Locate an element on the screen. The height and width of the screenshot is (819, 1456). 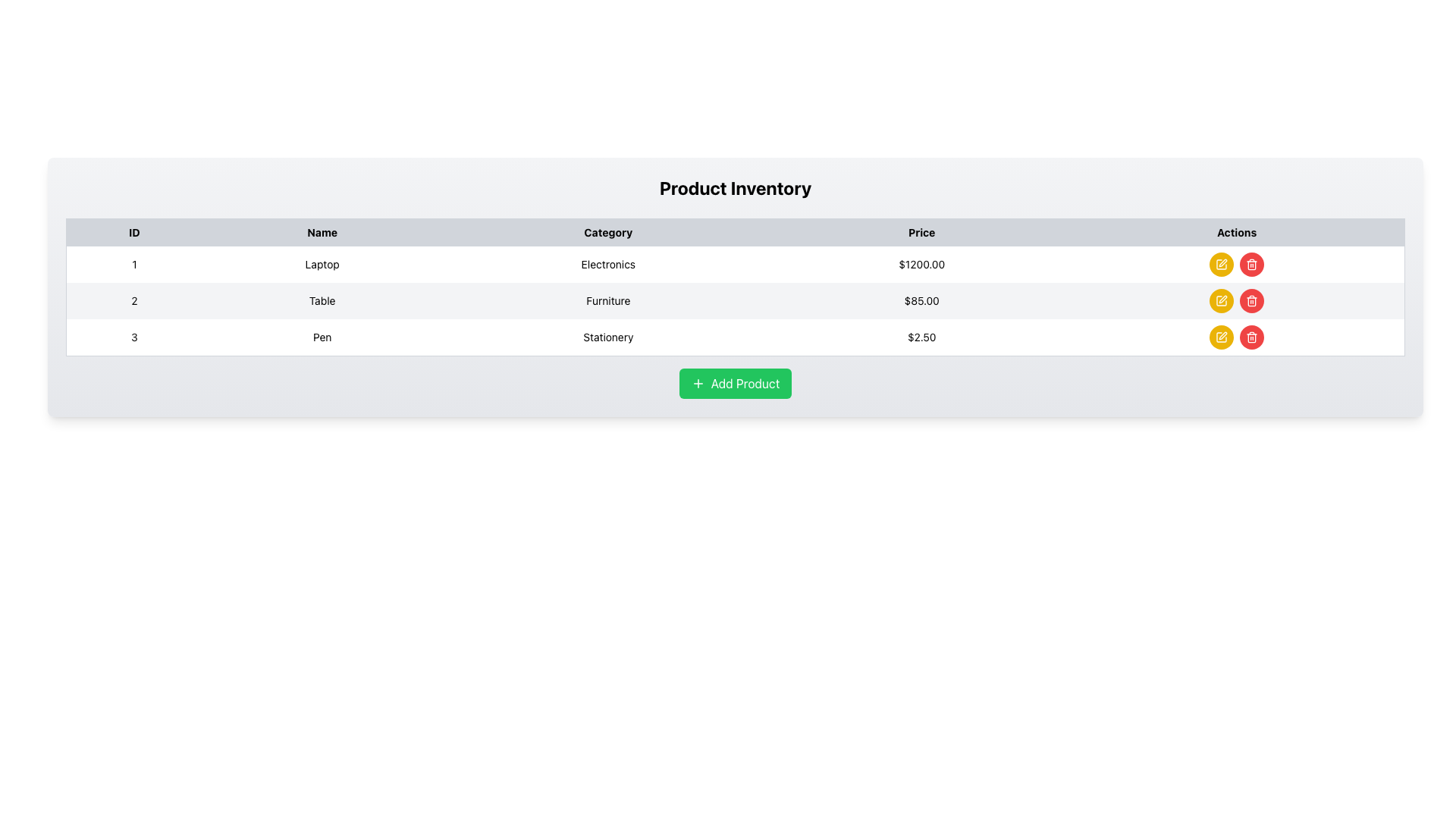
the yellow circular button with a pen icon located in the 'Actions' column of the third row in the table under the 'Product Inventory' title is located at coordinates (1222, 336).